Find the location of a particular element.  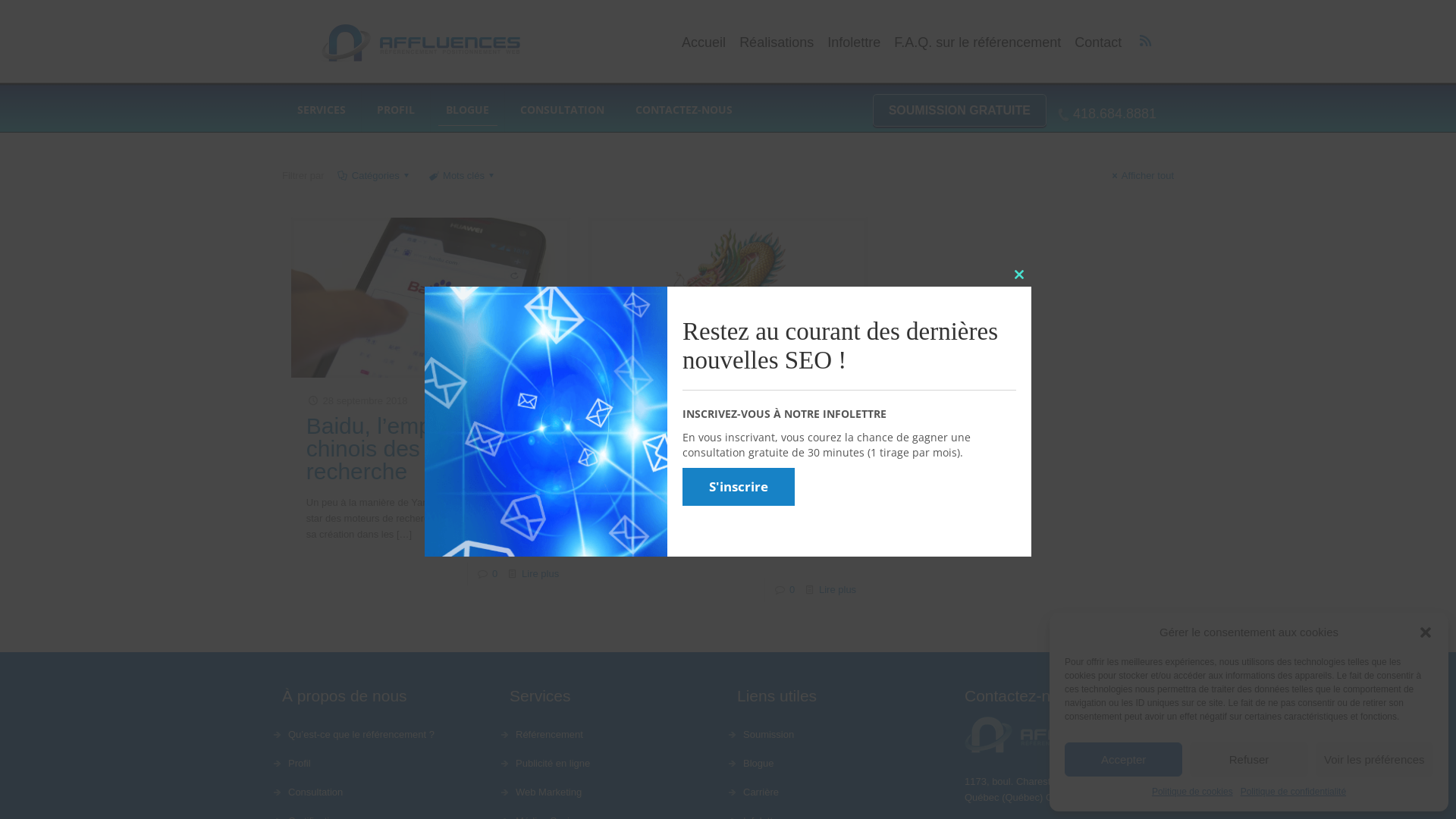

'Afficher tout' is located at coordinates (1141, 174).